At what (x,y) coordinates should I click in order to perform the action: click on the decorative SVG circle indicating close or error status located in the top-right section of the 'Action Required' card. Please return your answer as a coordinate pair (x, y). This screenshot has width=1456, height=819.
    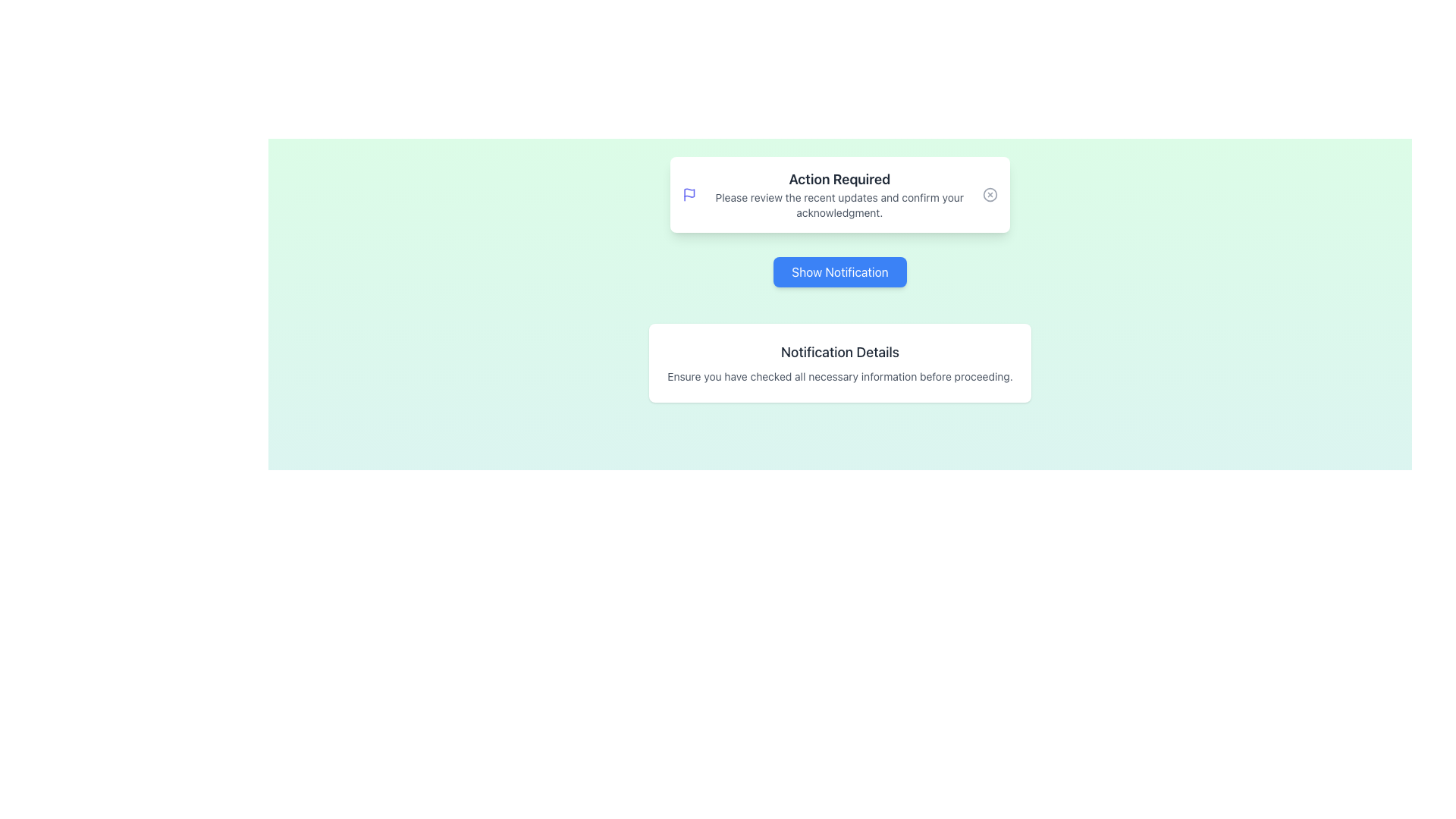
    Looking at the image, I should click on (990, 194).